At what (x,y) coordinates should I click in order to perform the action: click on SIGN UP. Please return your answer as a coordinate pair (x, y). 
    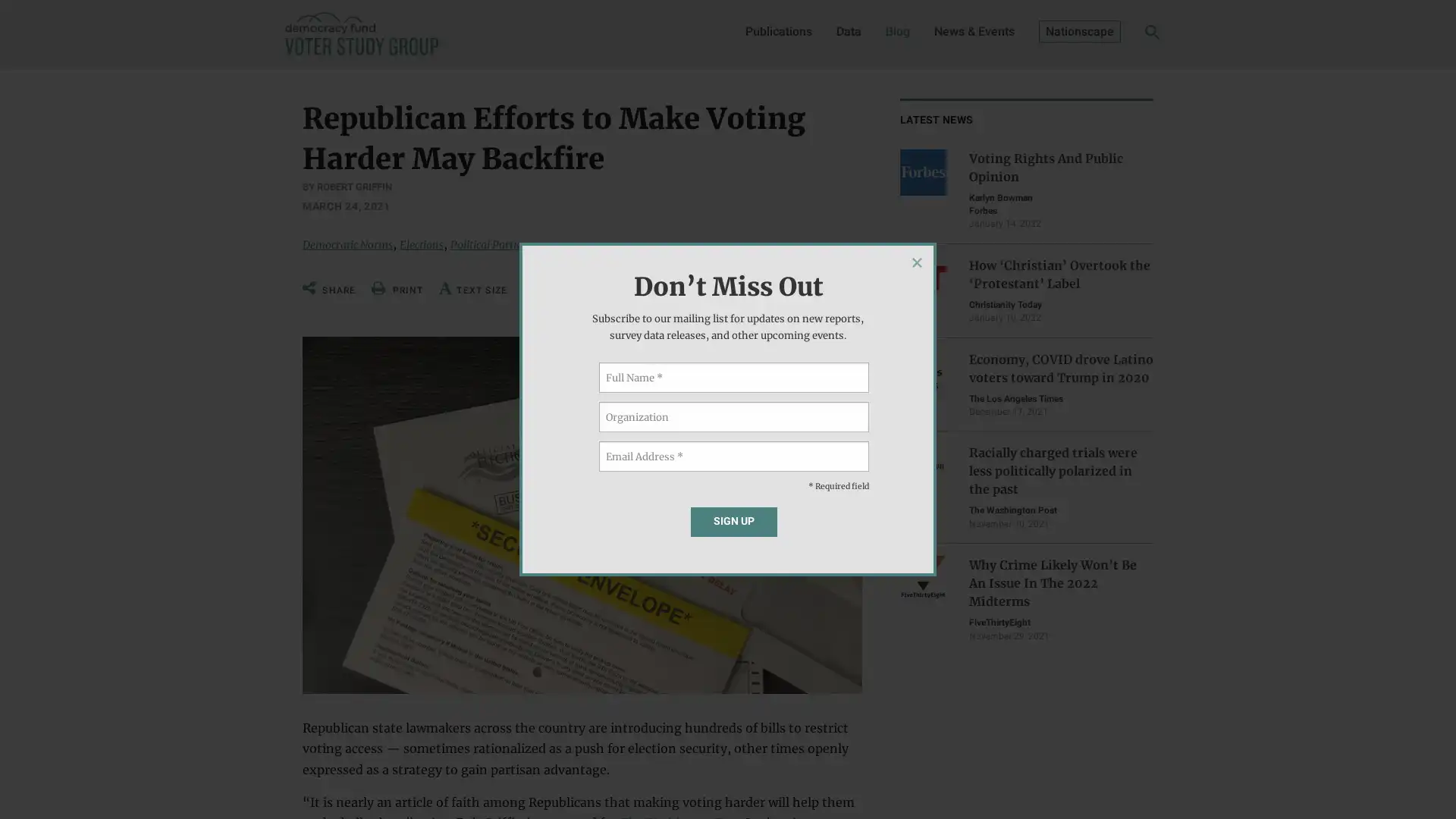
    Looking at the image, I should click on (733, 520).